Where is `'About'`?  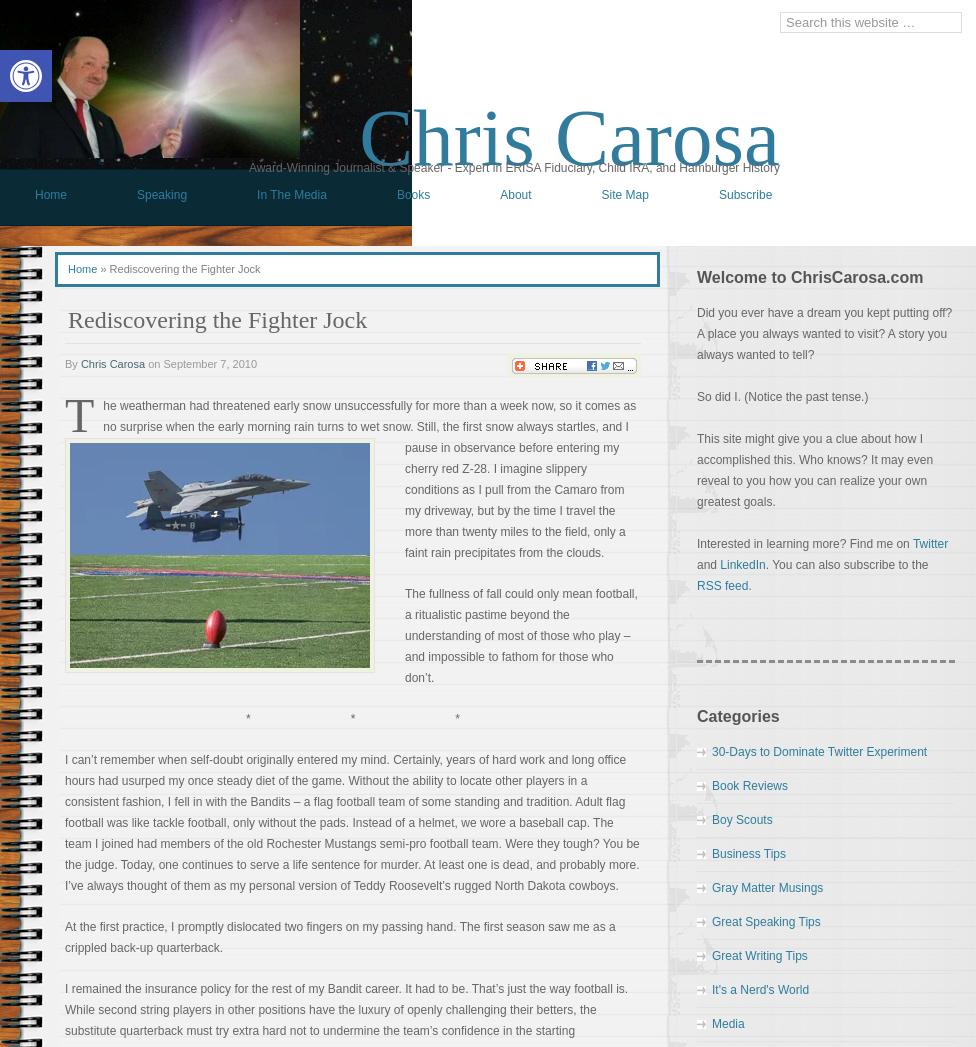 'About' is located at coordinates (500, 193).